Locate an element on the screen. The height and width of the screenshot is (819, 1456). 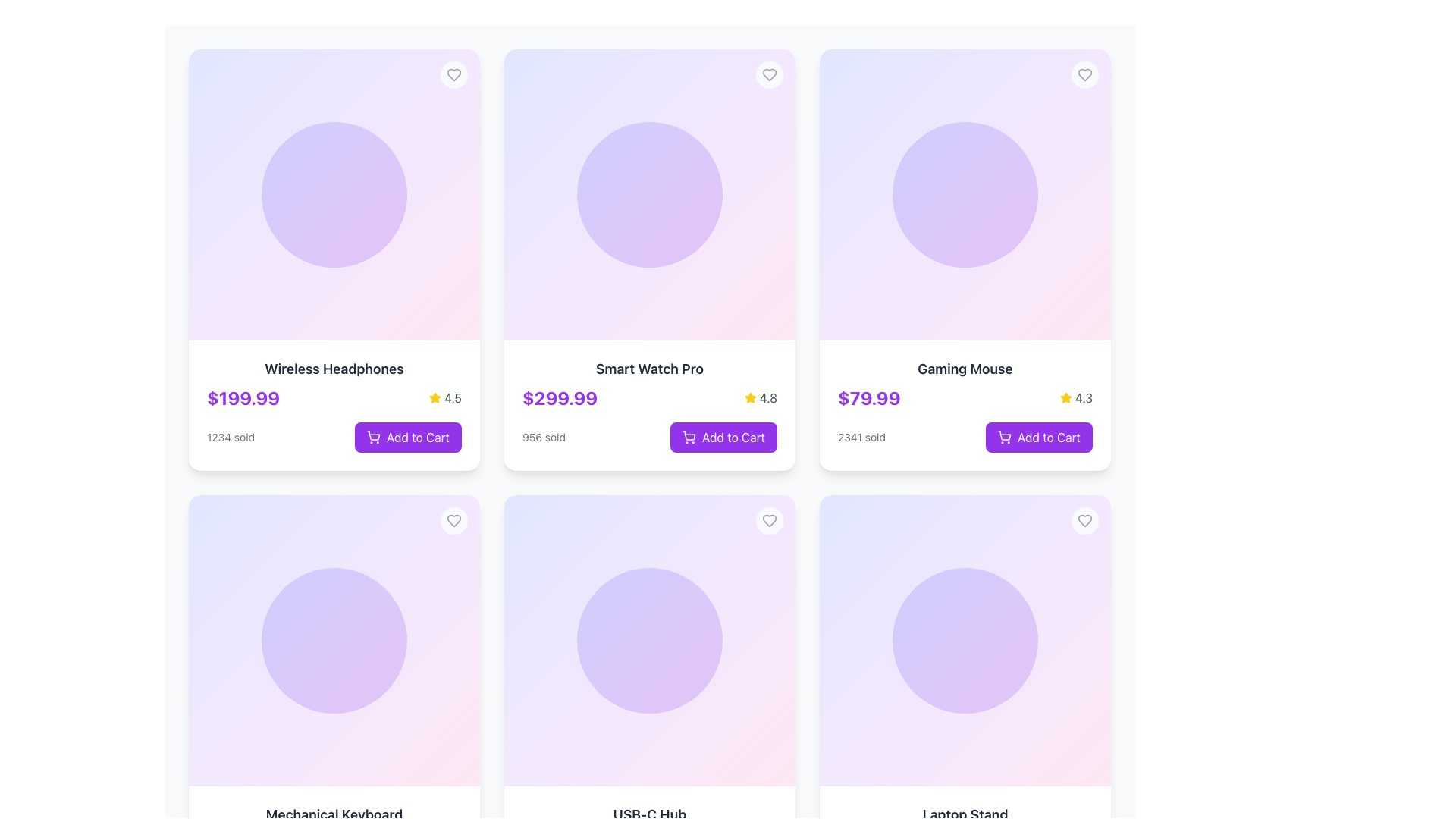
product details from the Wireless Headphones Product Card positioned in the top row of the grid layout, specifically in the leftmost position is located at coordinates (334, 405).